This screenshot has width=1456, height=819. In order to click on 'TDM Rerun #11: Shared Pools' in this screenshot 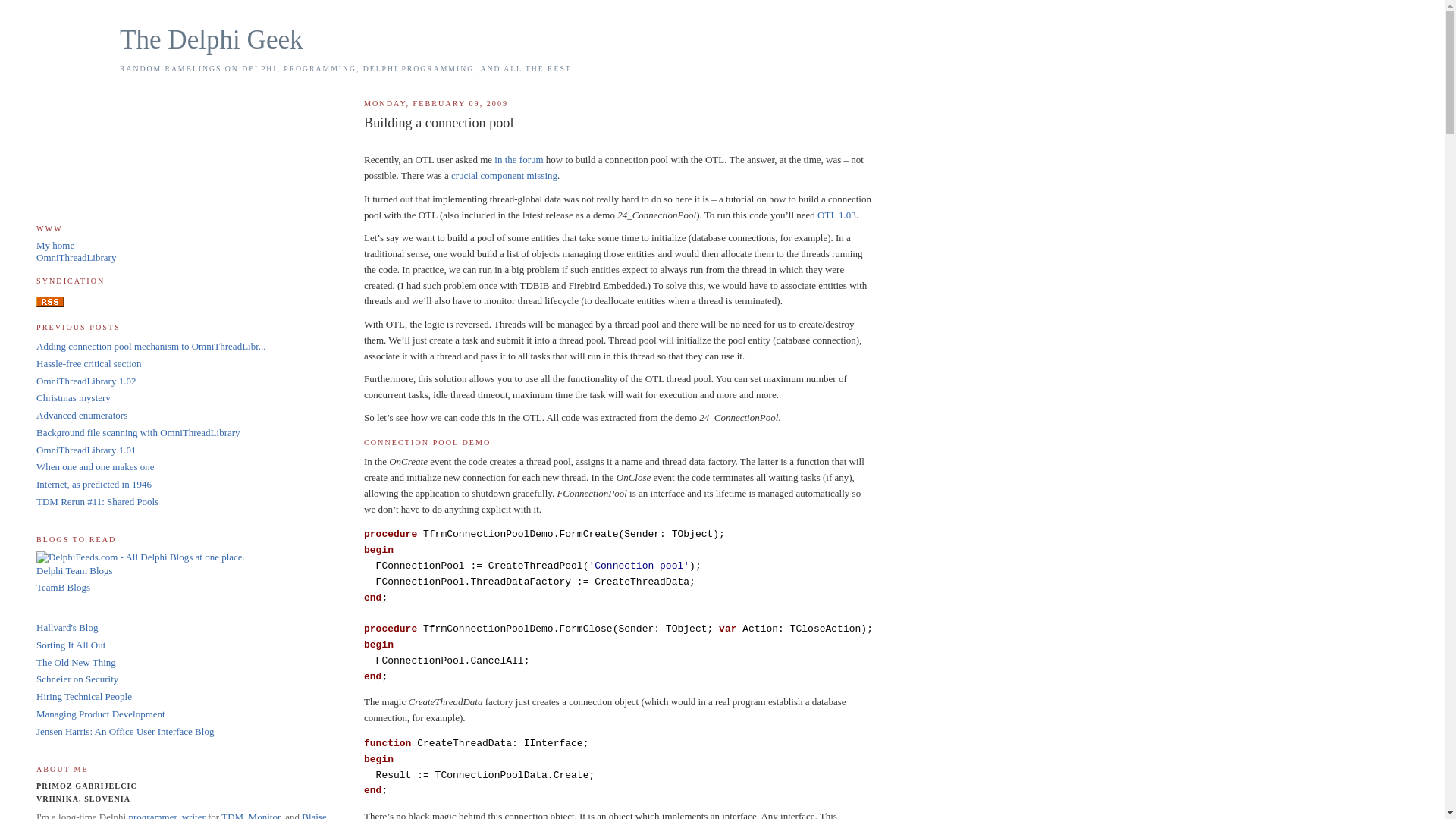, I will do `click(96, 501)`.